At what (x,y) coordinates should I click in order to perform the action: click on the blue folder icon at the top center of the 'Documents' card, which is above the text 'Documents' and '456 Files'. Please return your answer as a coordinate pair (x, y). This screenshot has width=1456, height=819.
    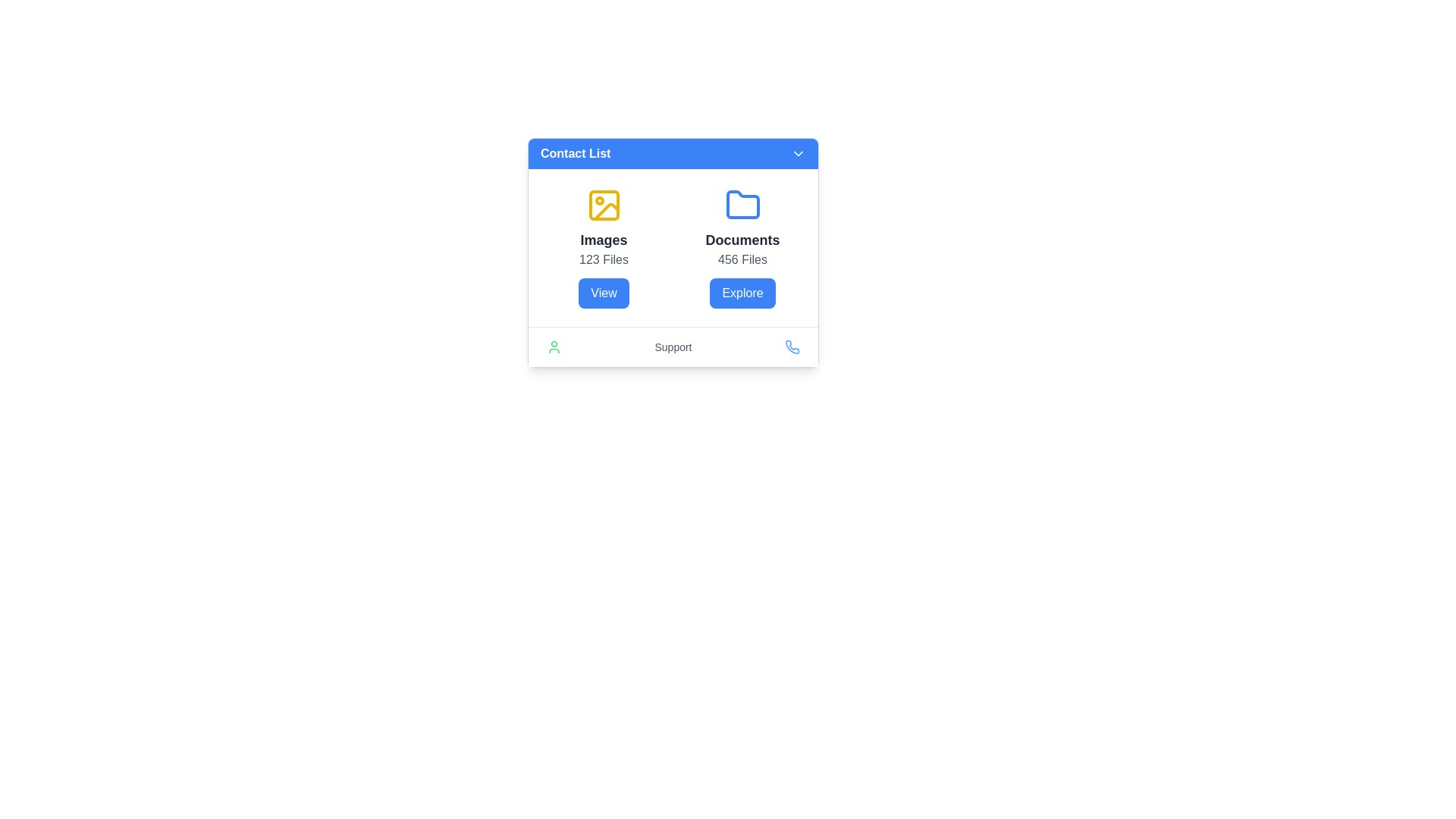
    Looking at the image, I should click on (742, 205).